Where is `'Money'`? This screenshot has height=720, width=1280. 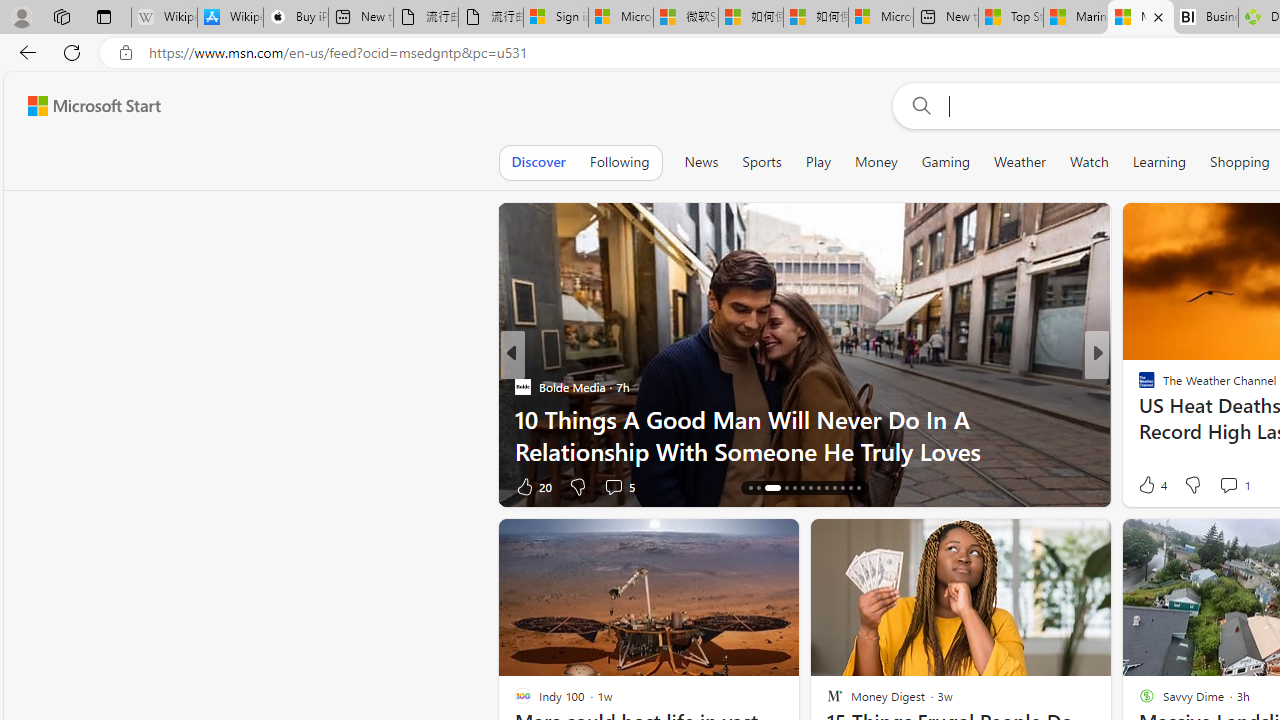 'Money' is located at coordinates (876, 161).